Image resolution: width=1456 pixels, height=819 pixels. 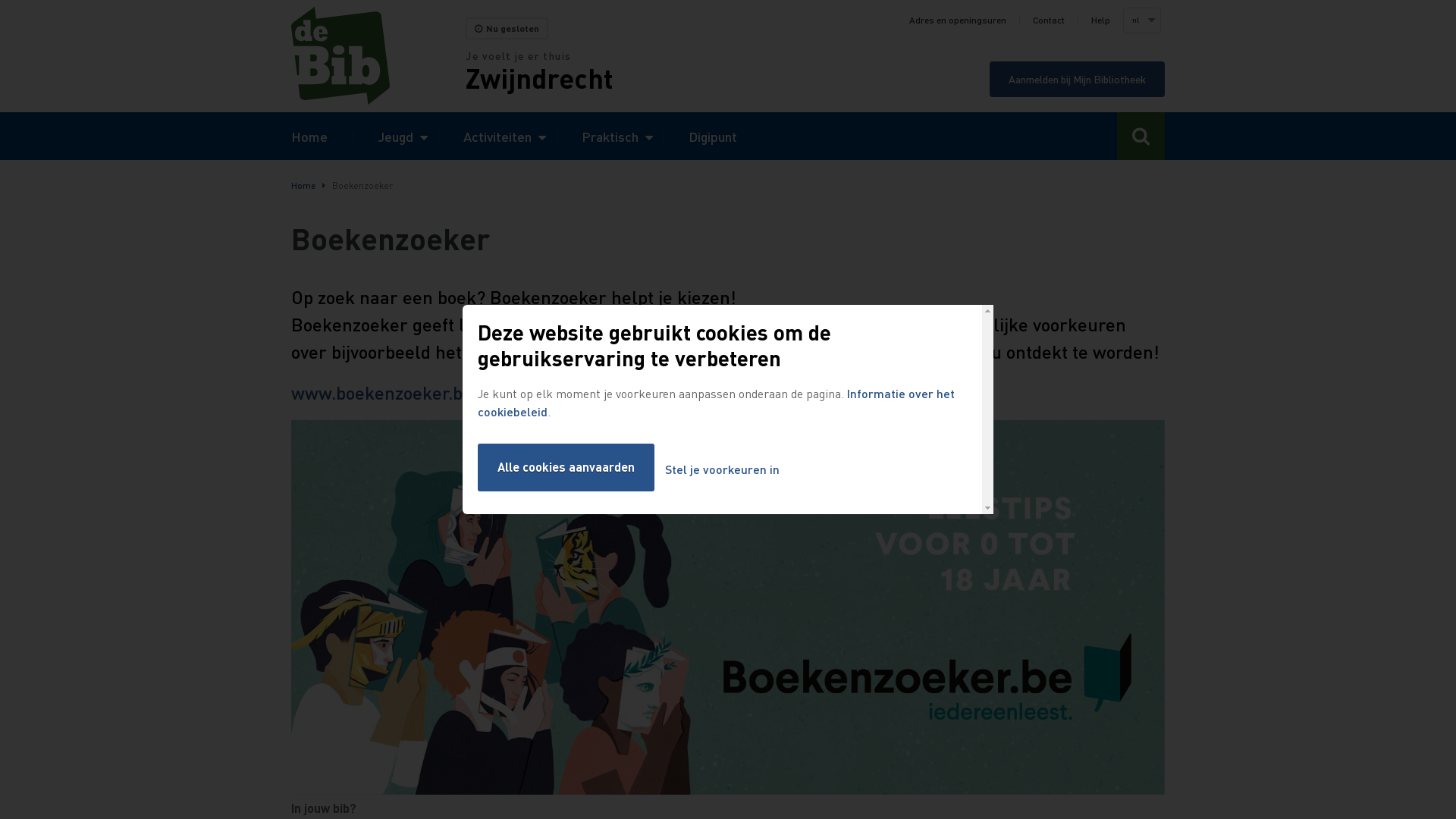 What do you see at coordinates (381, 391) in the screenshot?
I see `'www.boekenzoeker.be'` at bounding box center [381, 391].